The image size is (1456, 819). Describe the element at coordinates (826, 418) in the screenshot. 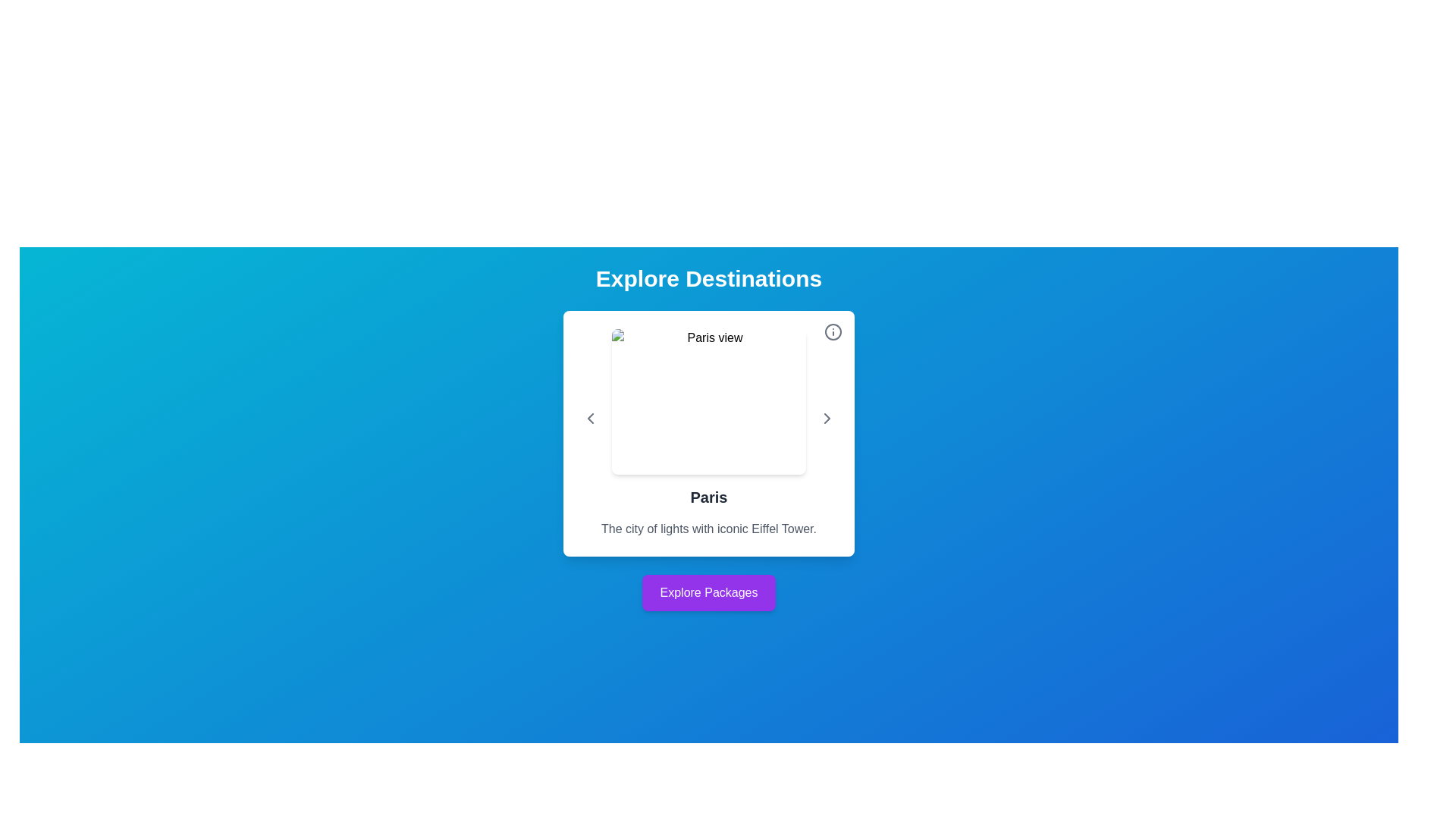

I see `the navigation button positioned to the far right of the horizontal component set` at that location.